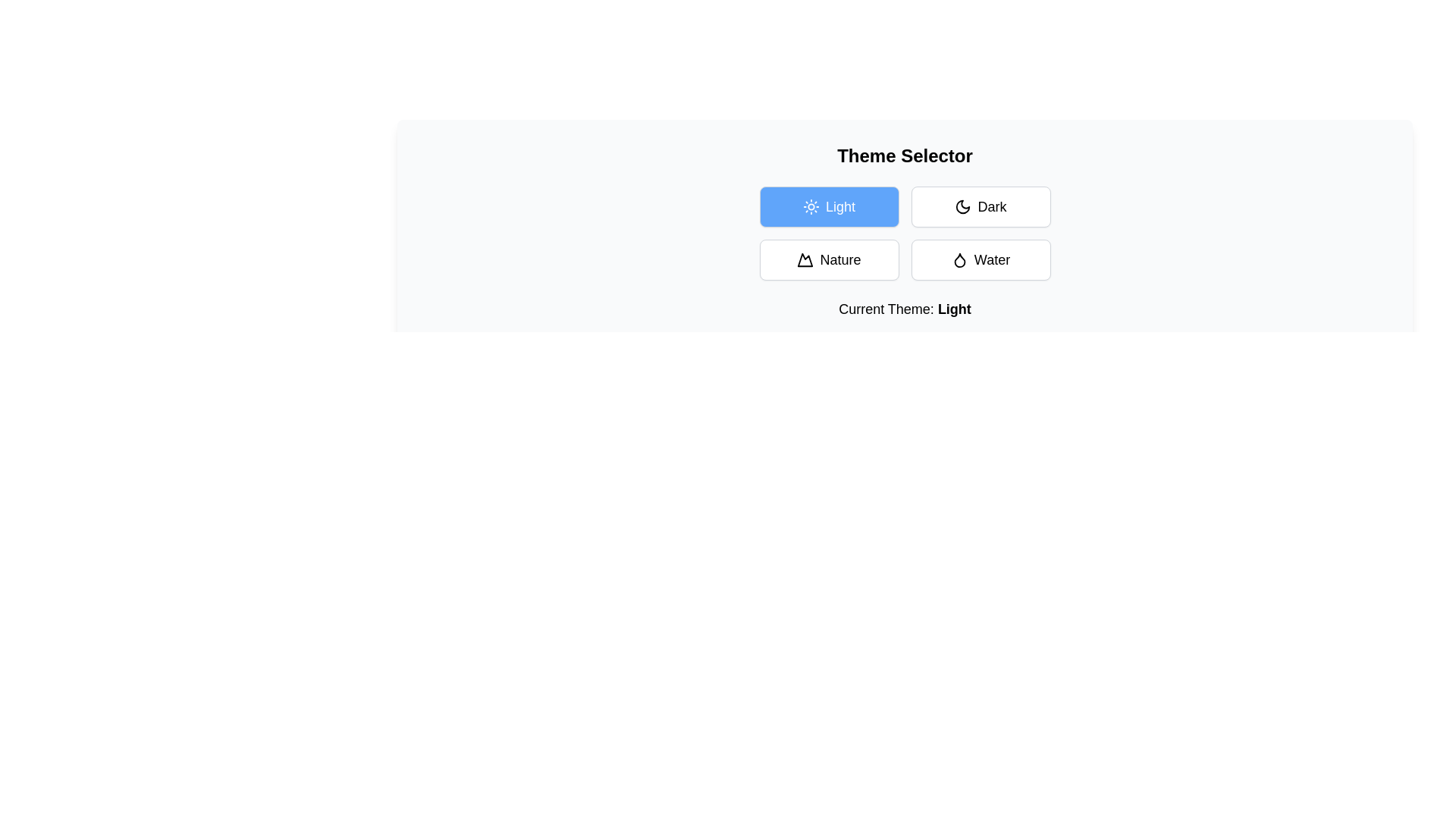 The width and height of the screenshot is (1456, 819). Describe the element at coordinates (959, 259) in the screenshot. I see `the 'Water' theme icon located to the left of the 'Water' text in the Theme Selector button group` at that location.